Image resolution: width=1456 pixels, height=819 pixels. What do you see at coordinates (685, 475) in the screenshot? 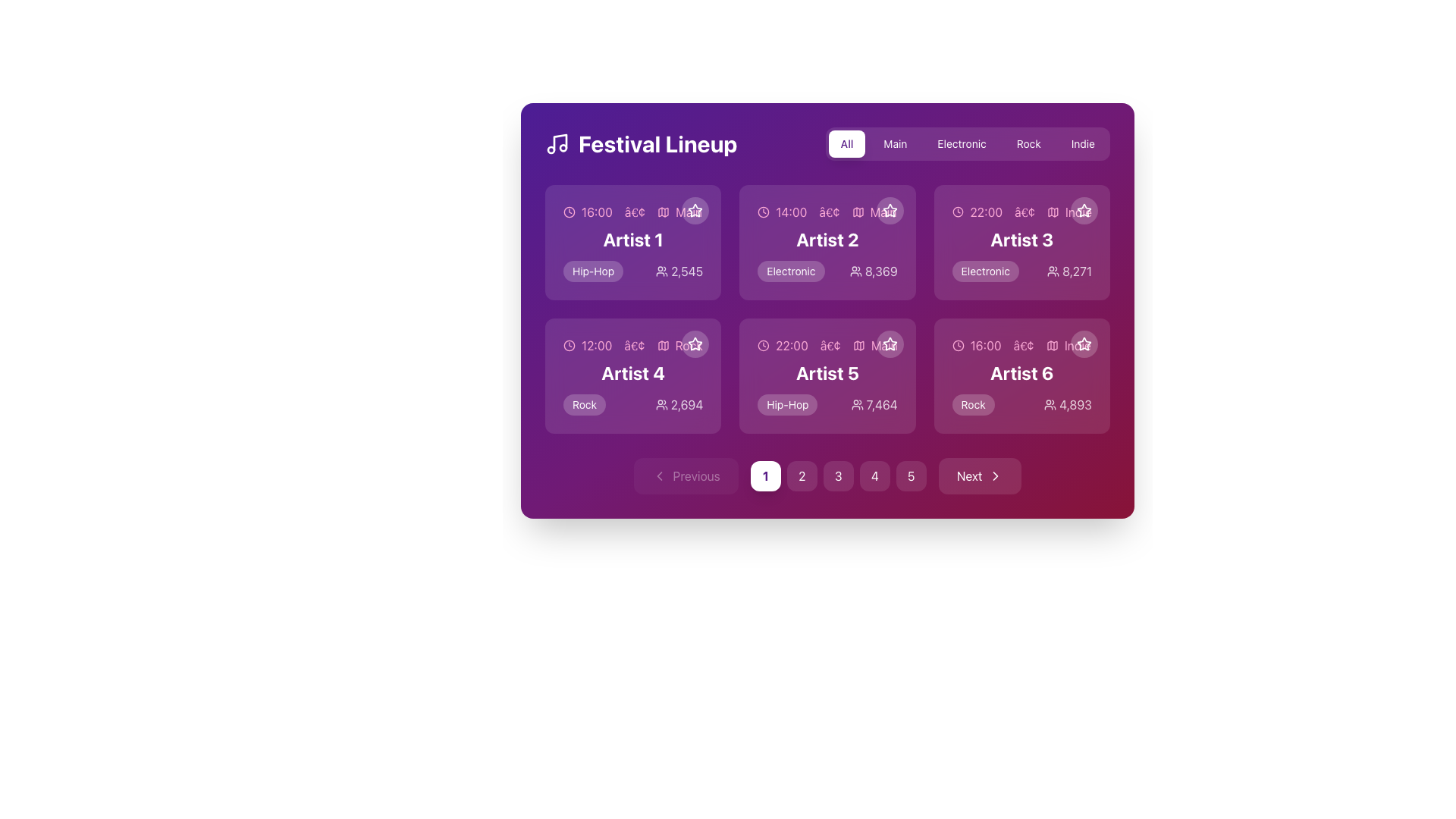
I see `the pagination control's previous button located at the bottom left side to observe its hover effects` at bounding box center [685, 475].